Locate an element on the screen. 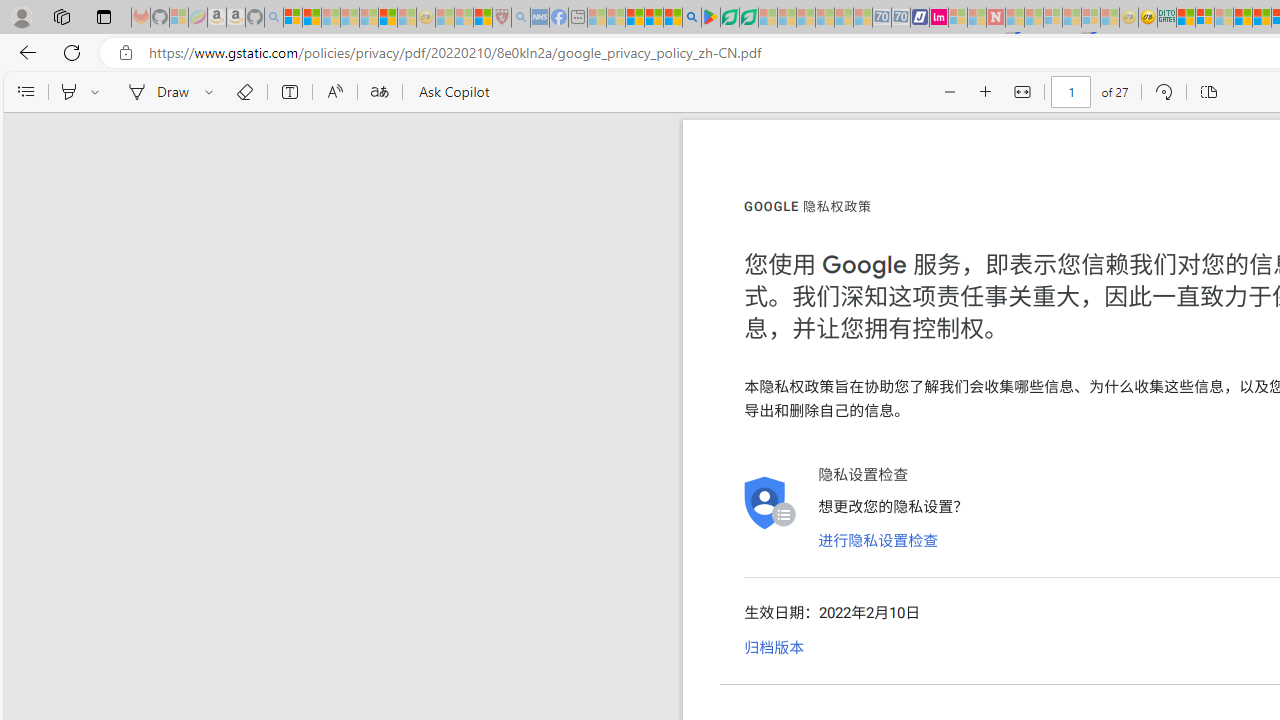 This screenshot has height=720, width=1280. 'Zoom in (Ctrl+Plus key)' is located at coordinates (986, 92).